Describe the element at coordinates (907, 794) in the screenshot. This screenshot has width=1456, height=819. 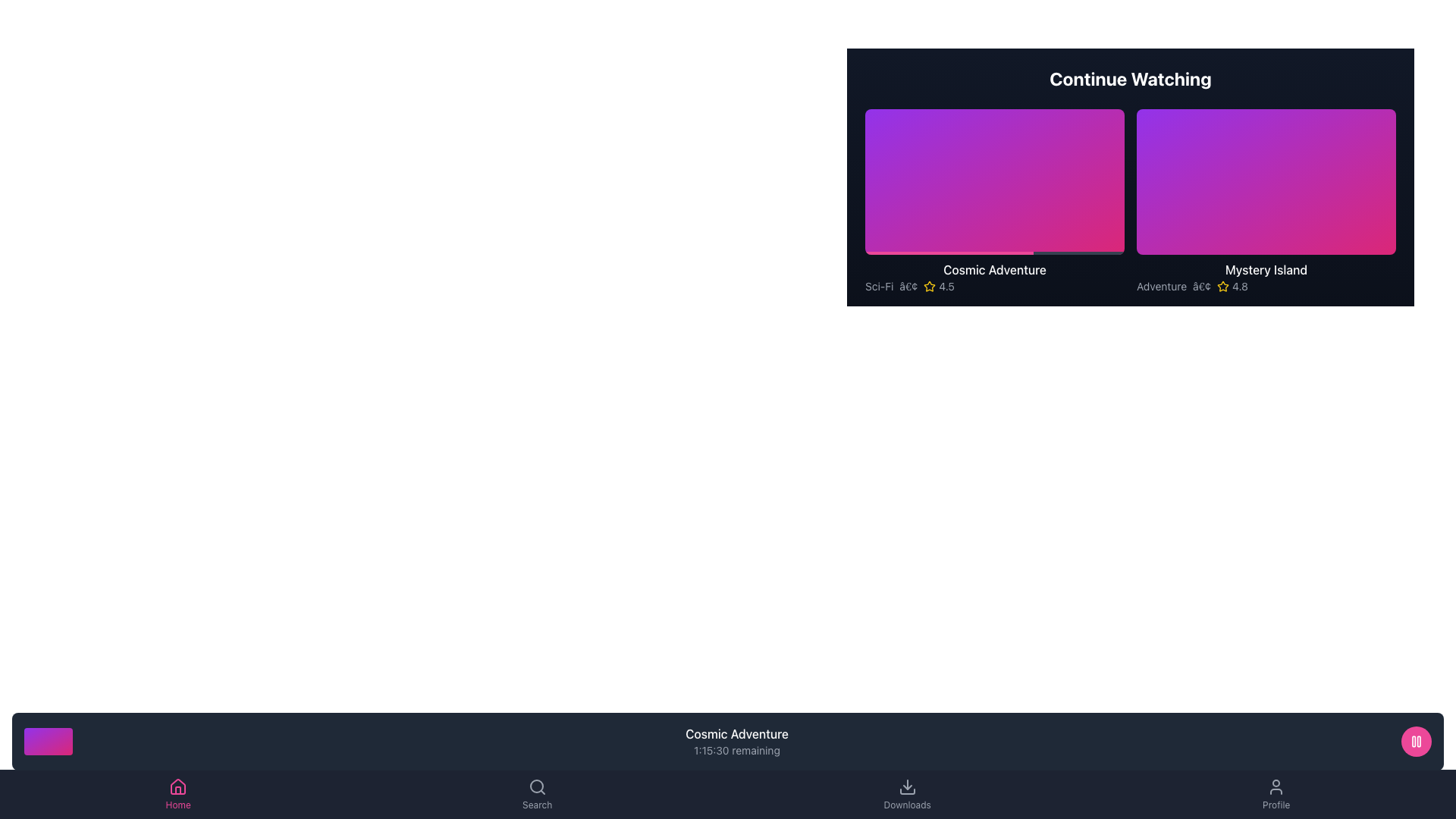
I see `the 'Downloads' navigation tab located on the bottom navigation bar` at that location.